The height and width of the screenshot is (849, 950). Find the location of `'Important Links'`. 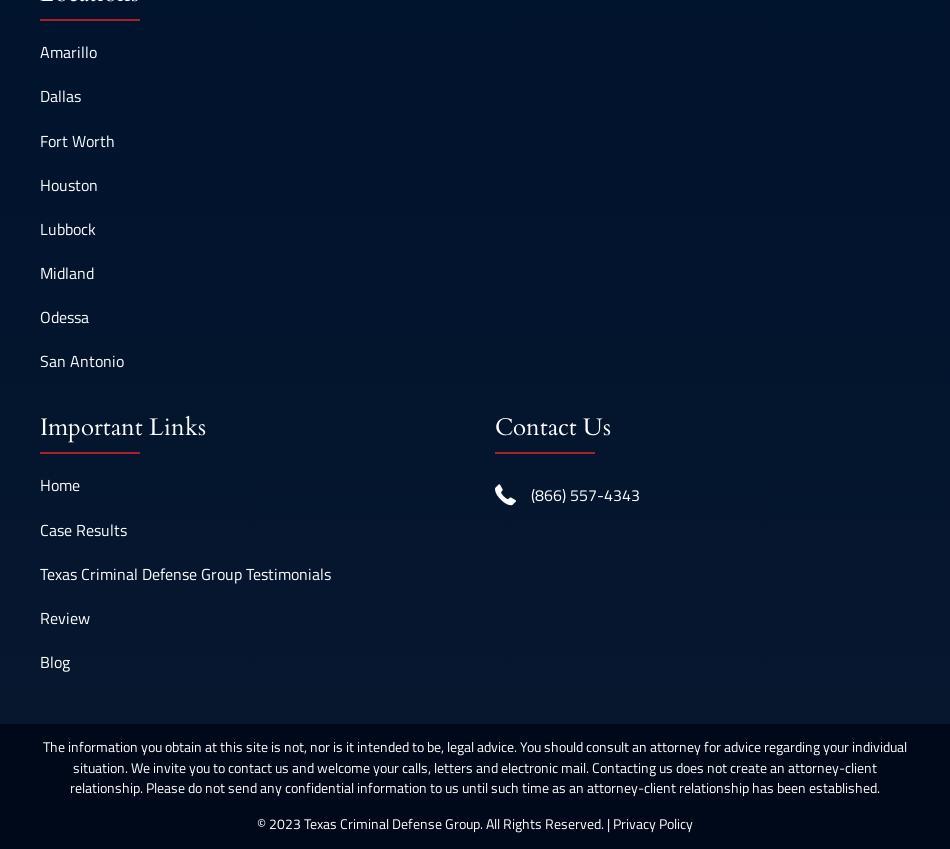

'Important Links' is located at coordinates (39, 426).